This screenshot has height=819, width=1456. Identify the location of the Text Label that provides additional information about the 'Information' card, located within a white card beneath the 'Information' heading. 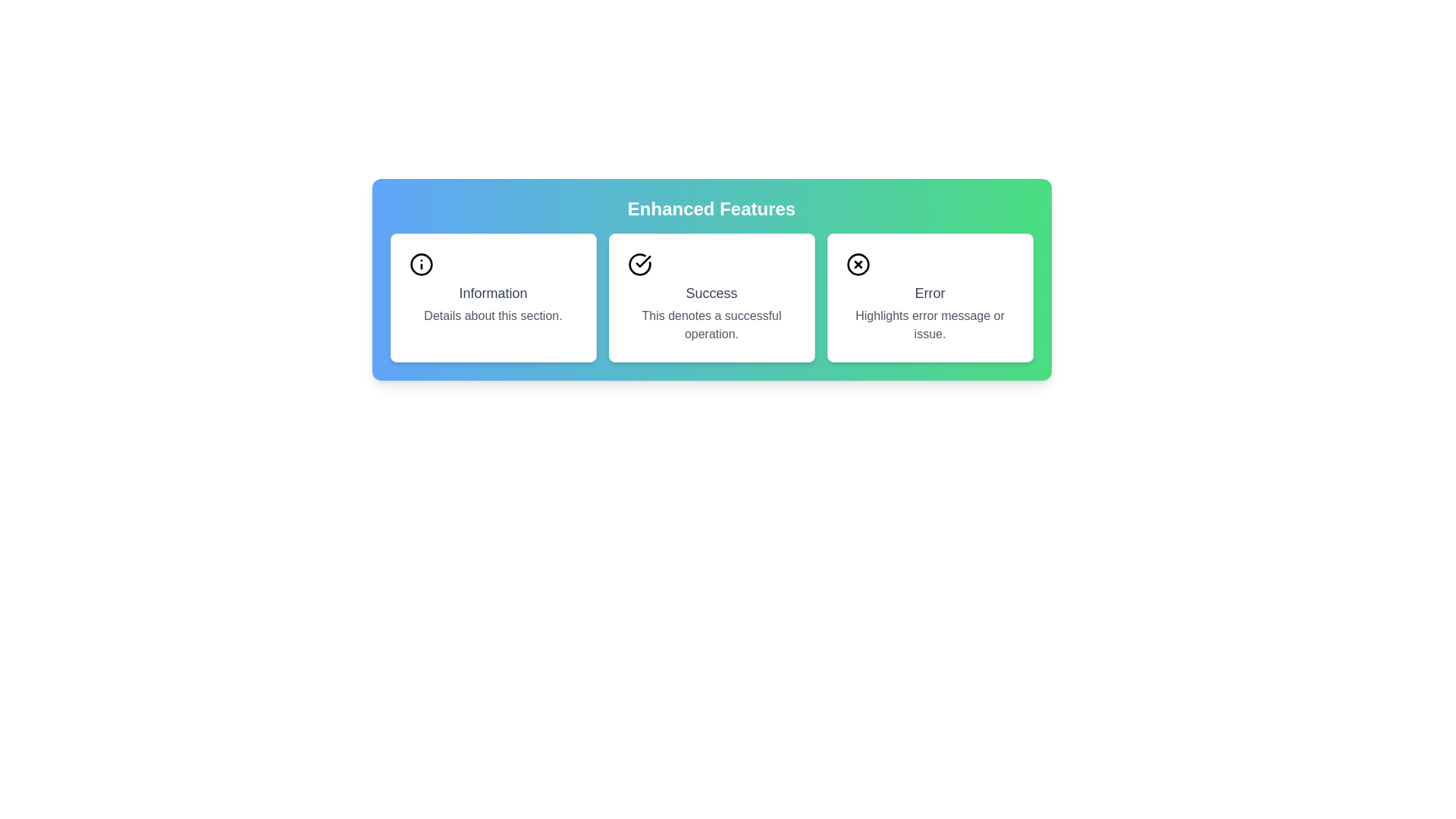
(493, 315).